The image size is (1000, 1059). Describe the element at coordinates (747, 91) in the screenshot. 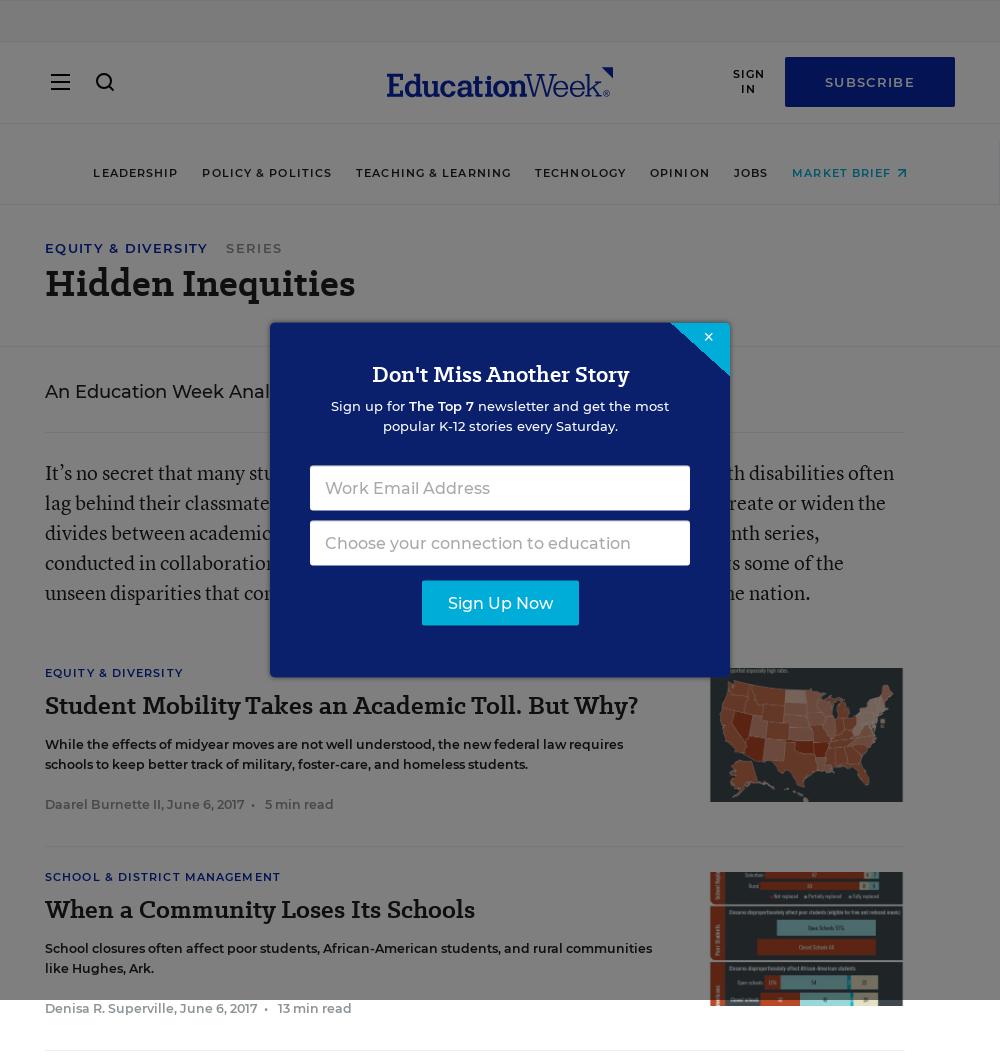

I see `'Sign In'` at that location.